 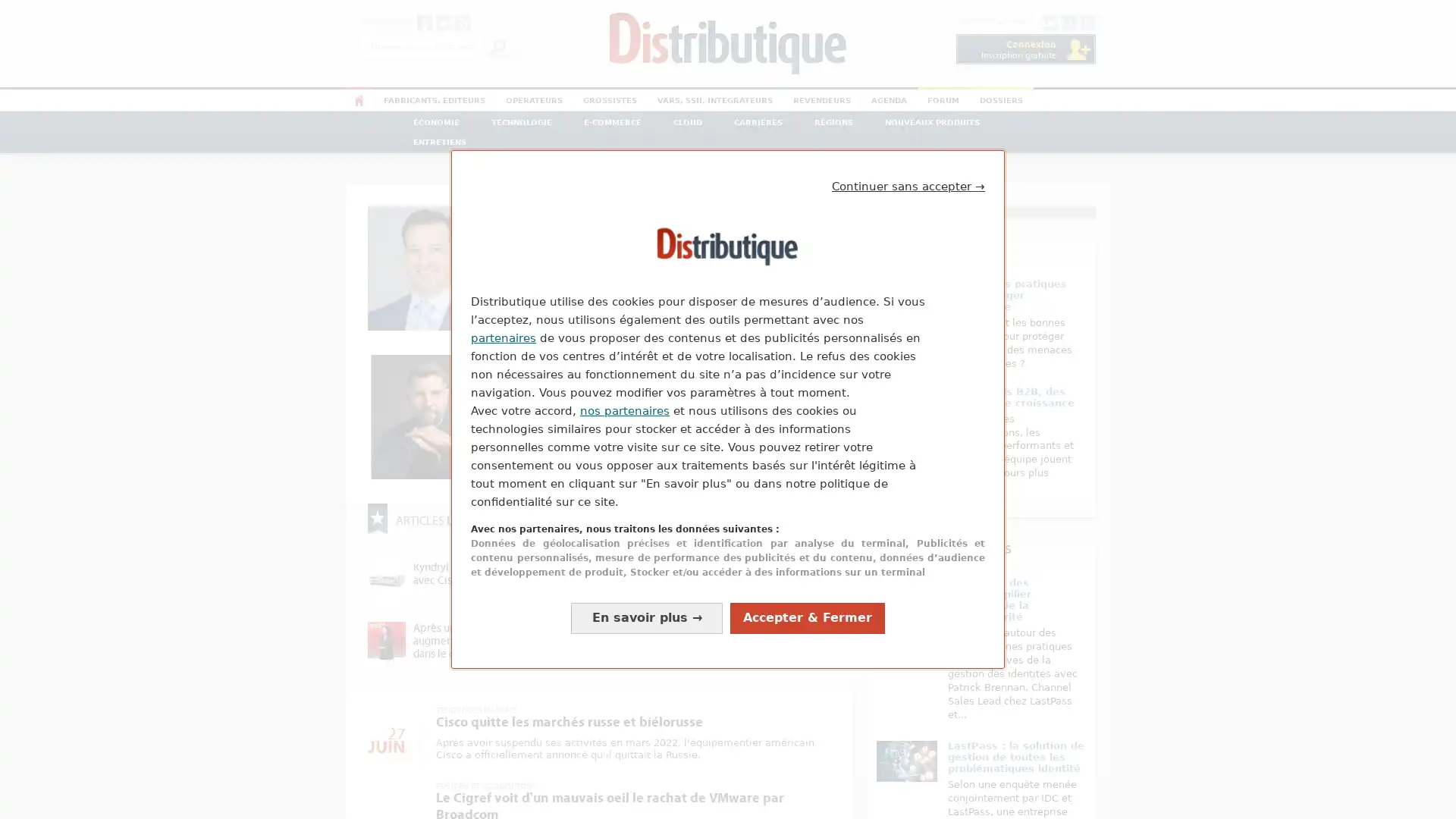 I want to click on Configurer vos consentements, so click(x=647, y=617).